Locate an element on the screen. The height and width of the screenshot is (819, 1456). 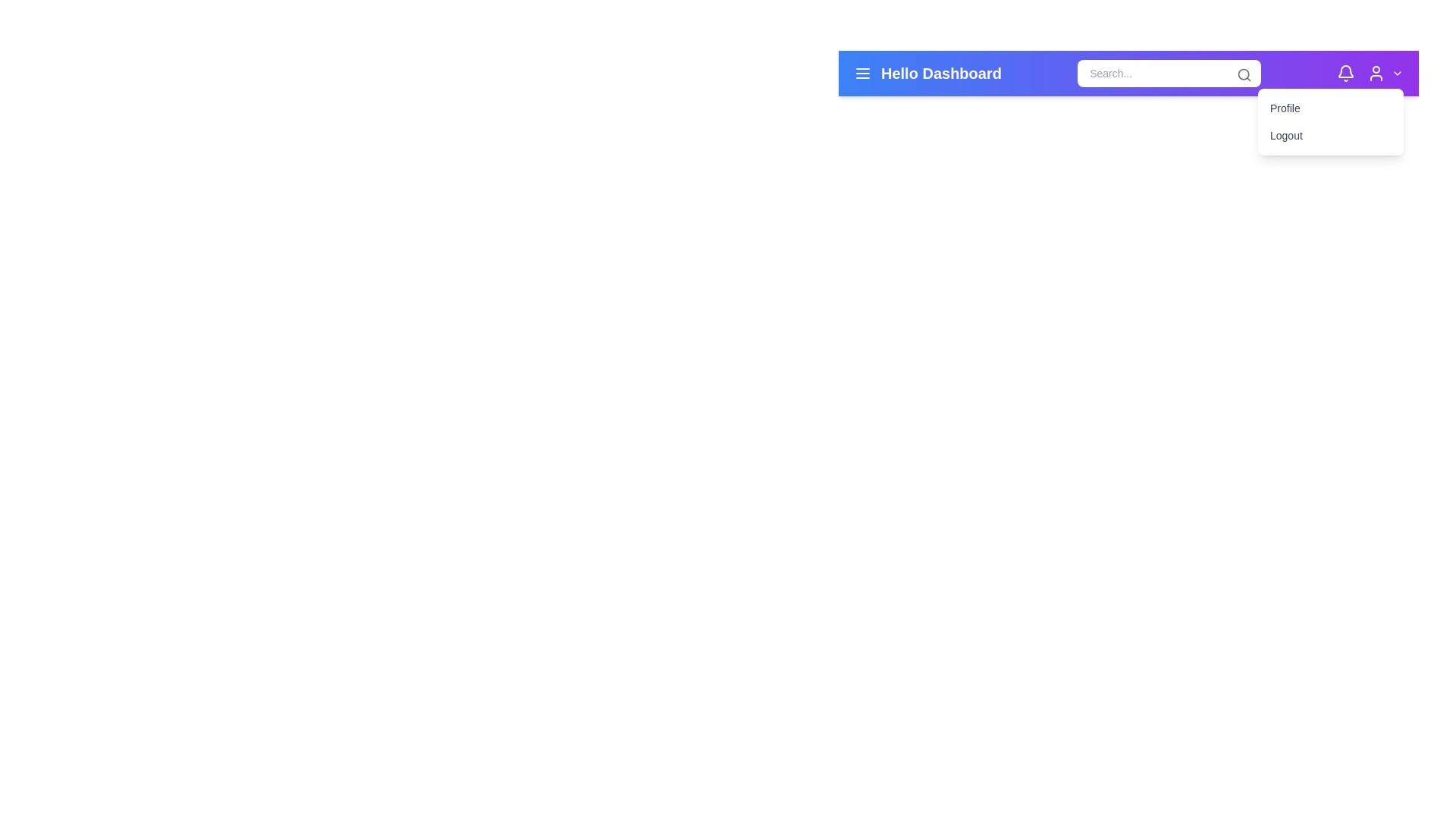
the bold text label in the top-left section of the interface, which indicates the active section of the dashboard is located at coordinates (940, 73).